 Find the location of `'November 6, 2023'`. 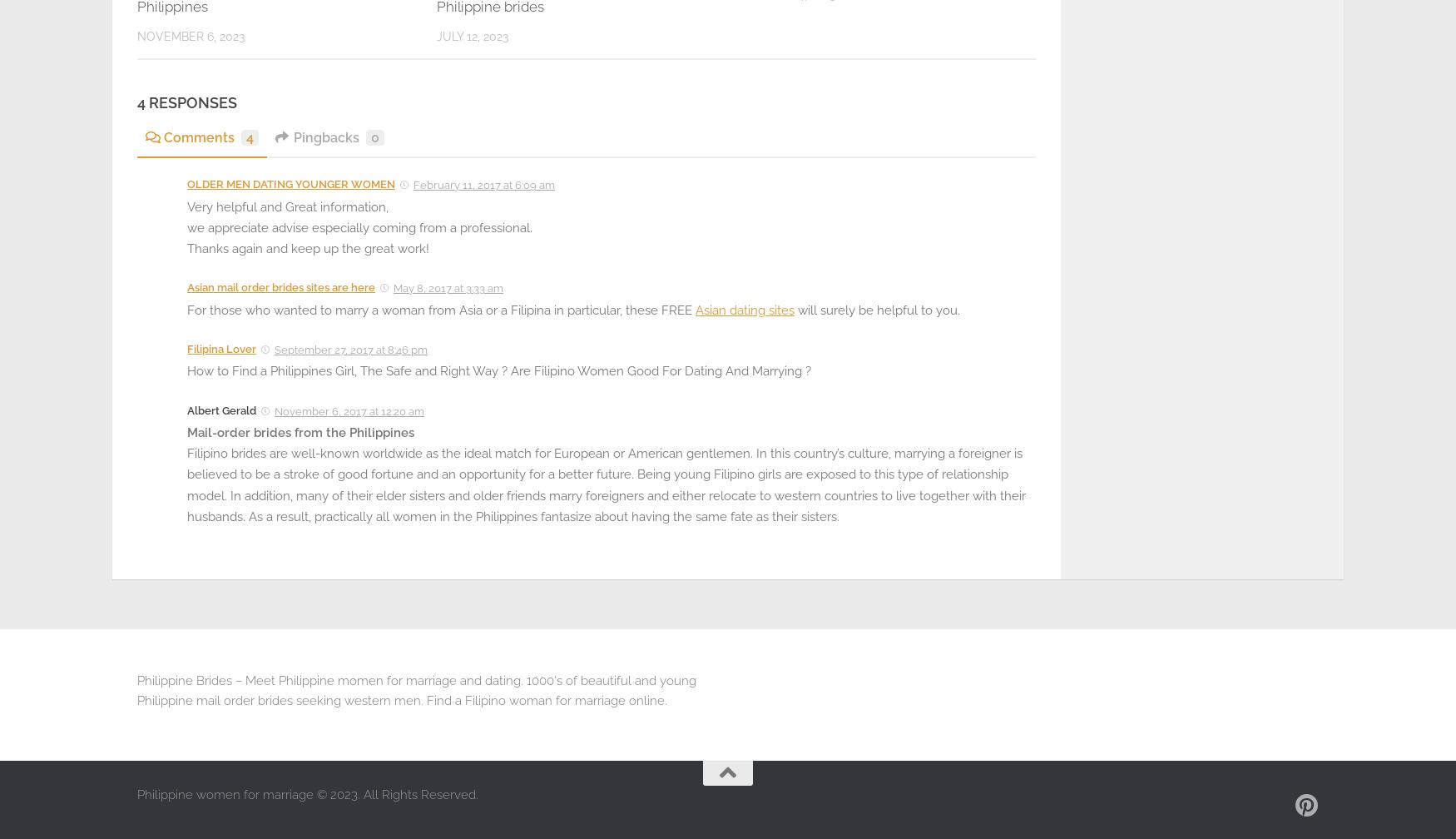

'November 6, 2023' is located at coordinates (191, 36).